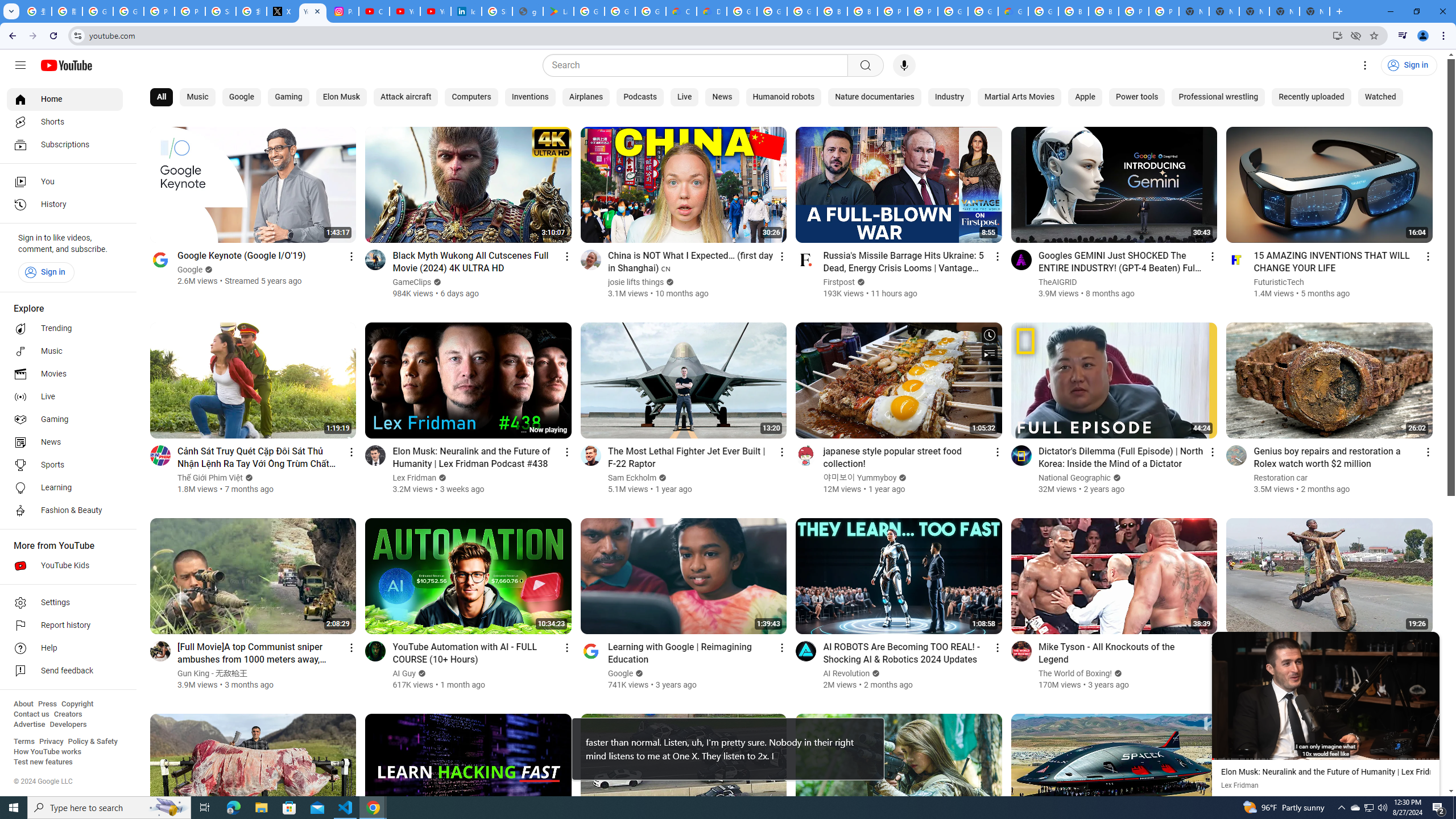  Describe the element at coordinates (1379, 97) in the screenshot. I see `'Watched'` at that location.